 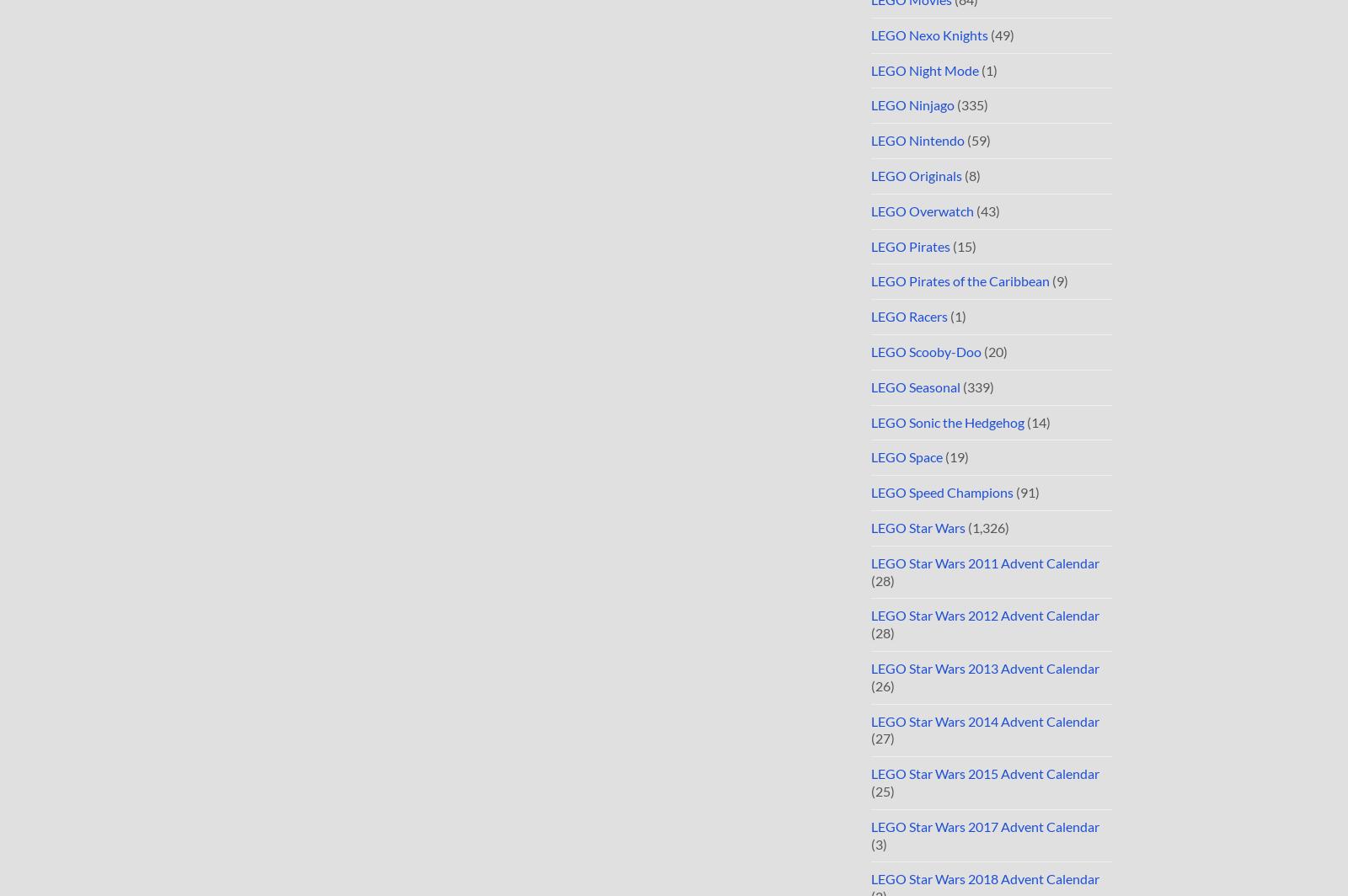 What do you see at coordinates (977, 386) in the screenshot?
I see `'(339)'` at bounding box center [977, 386].